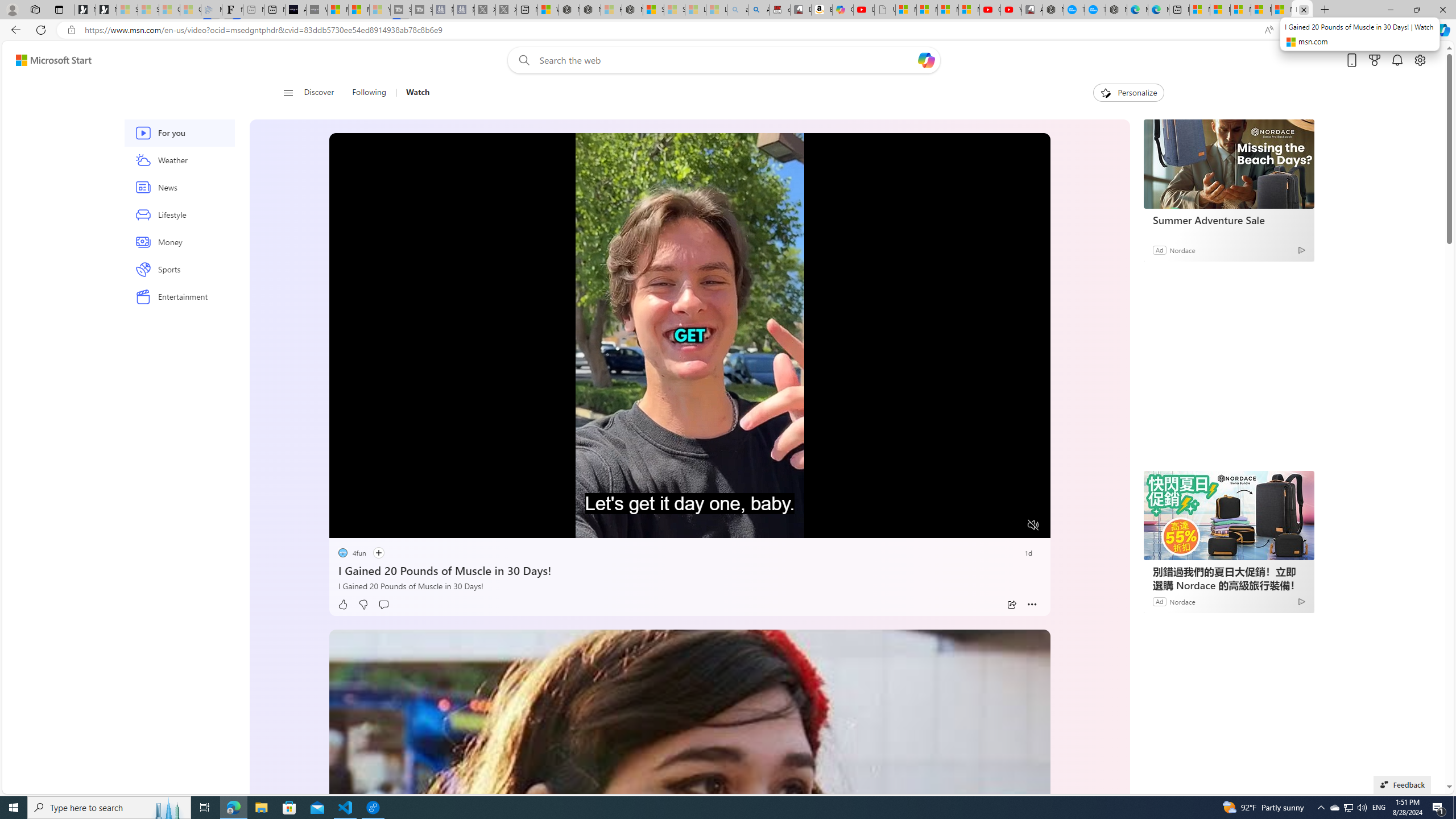  I want to click on 'Collections', so click(1368, 29).